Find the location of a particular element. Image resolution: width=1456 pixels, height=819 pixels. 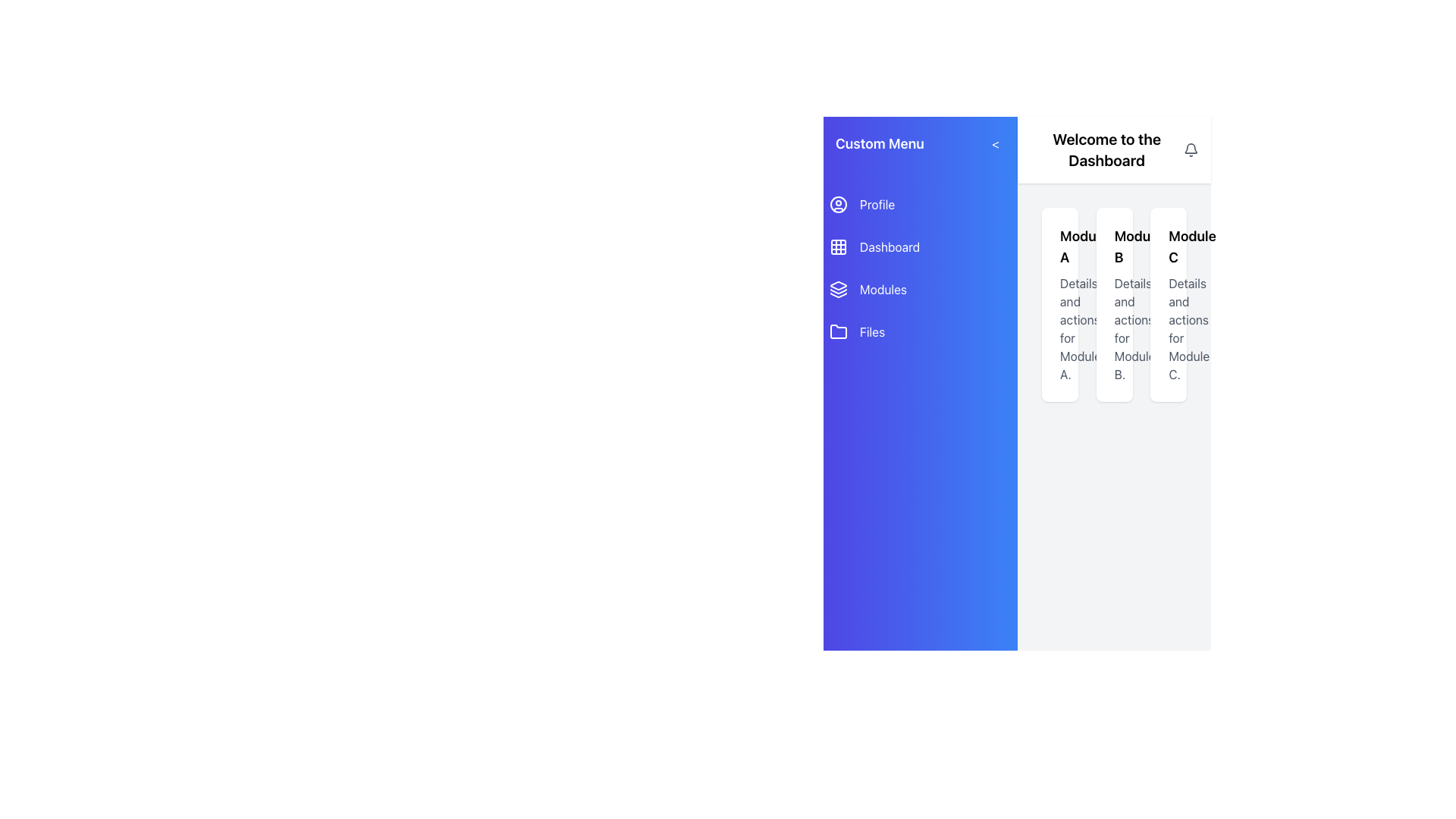

the text label stating 'Welcome to the Dashboard' located at the top-right section of the layout is located at coordinates (1106, 149).